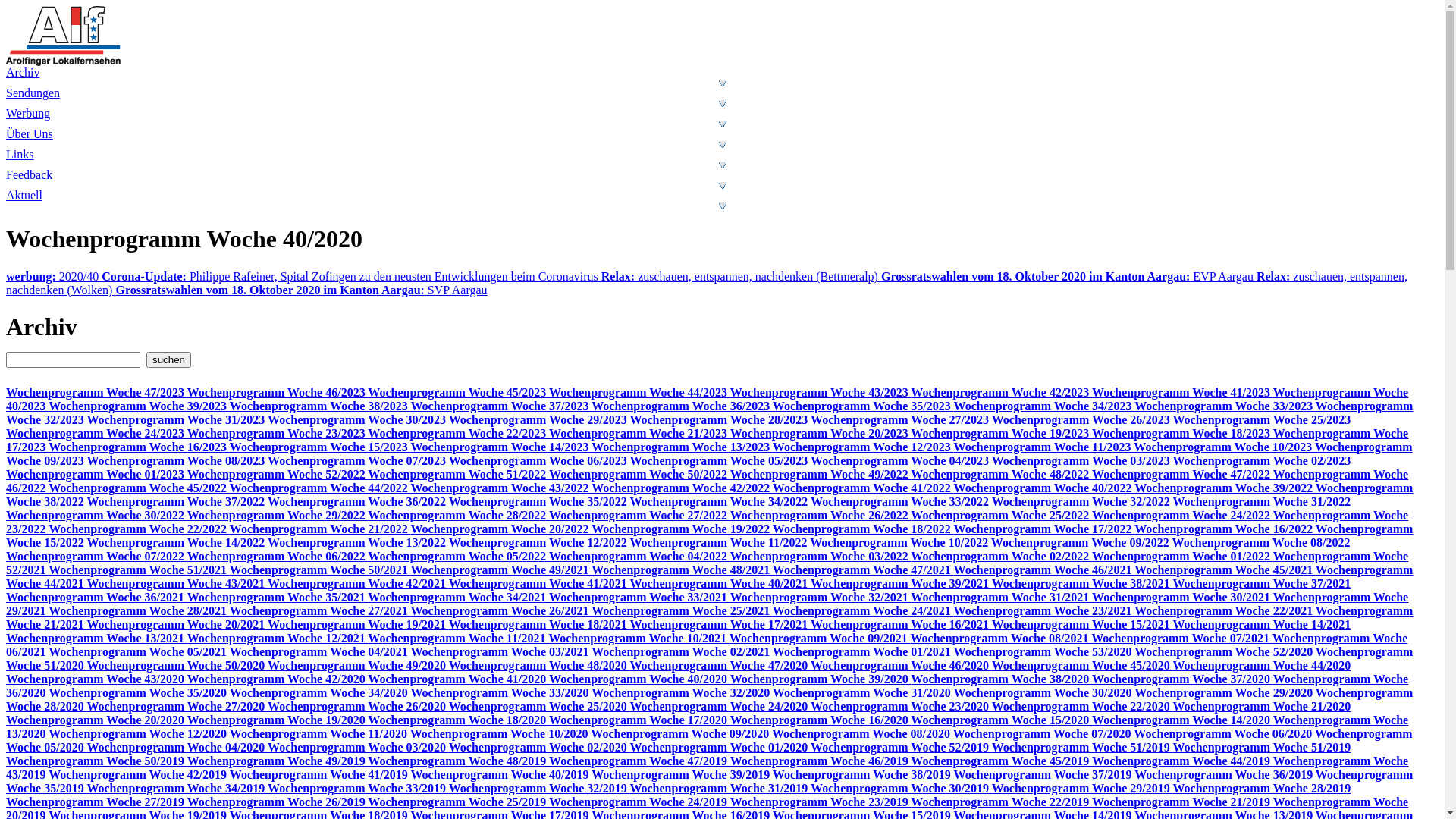 This screenshot has width=1456, height=819. What do you see at coordinates (96, 391) in the screenshot?
I see `'Wochenprogramm Woche 47/2023'` at bounding box center [96, 391].